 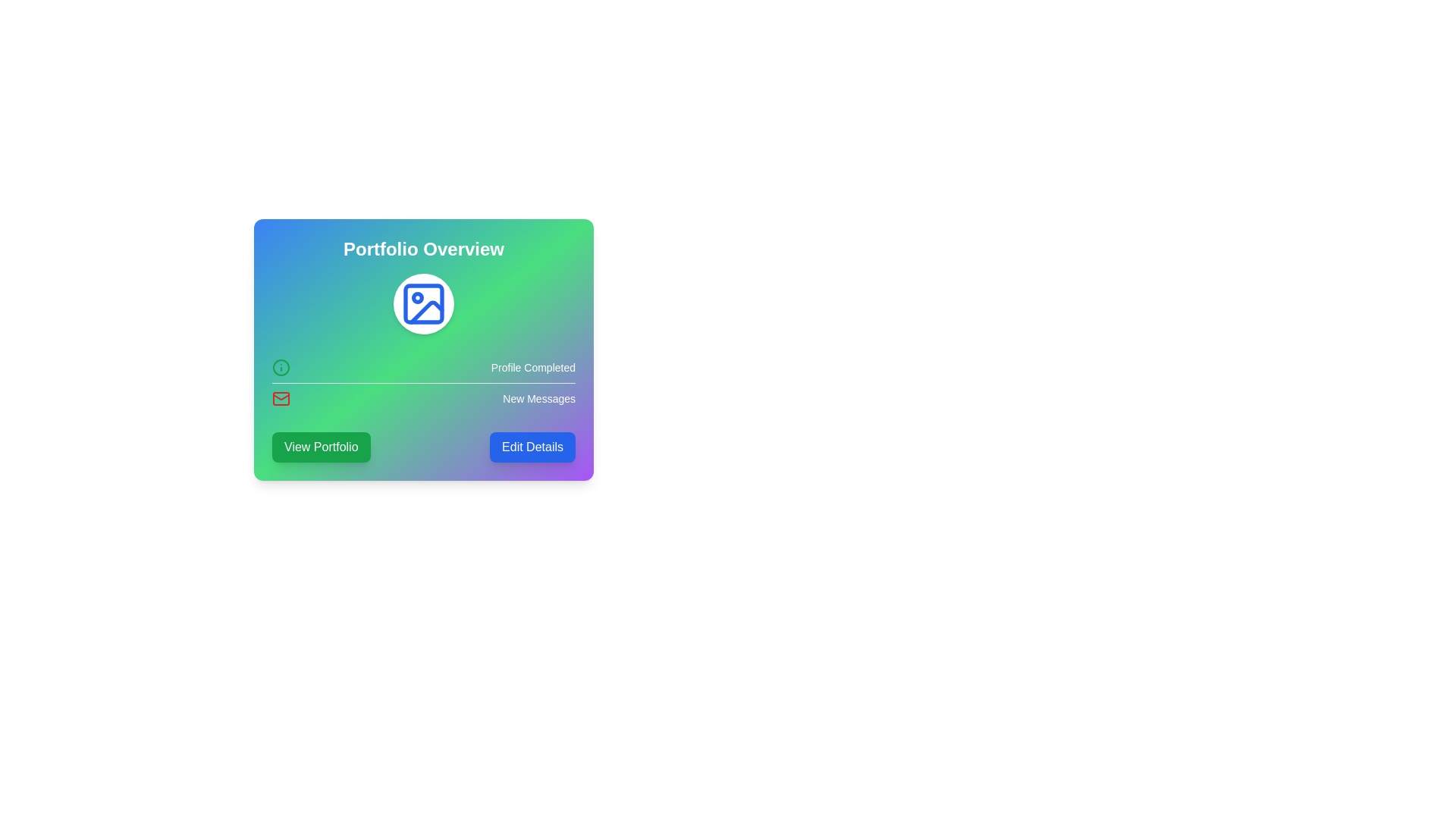 What do you see at coordinates (281, 368) in the screenshot?
I see `the circular icon with a green stroke that indicates positive status, located to the far-left of the 'Profile Completed' text label` at bounding box center [281, 368].